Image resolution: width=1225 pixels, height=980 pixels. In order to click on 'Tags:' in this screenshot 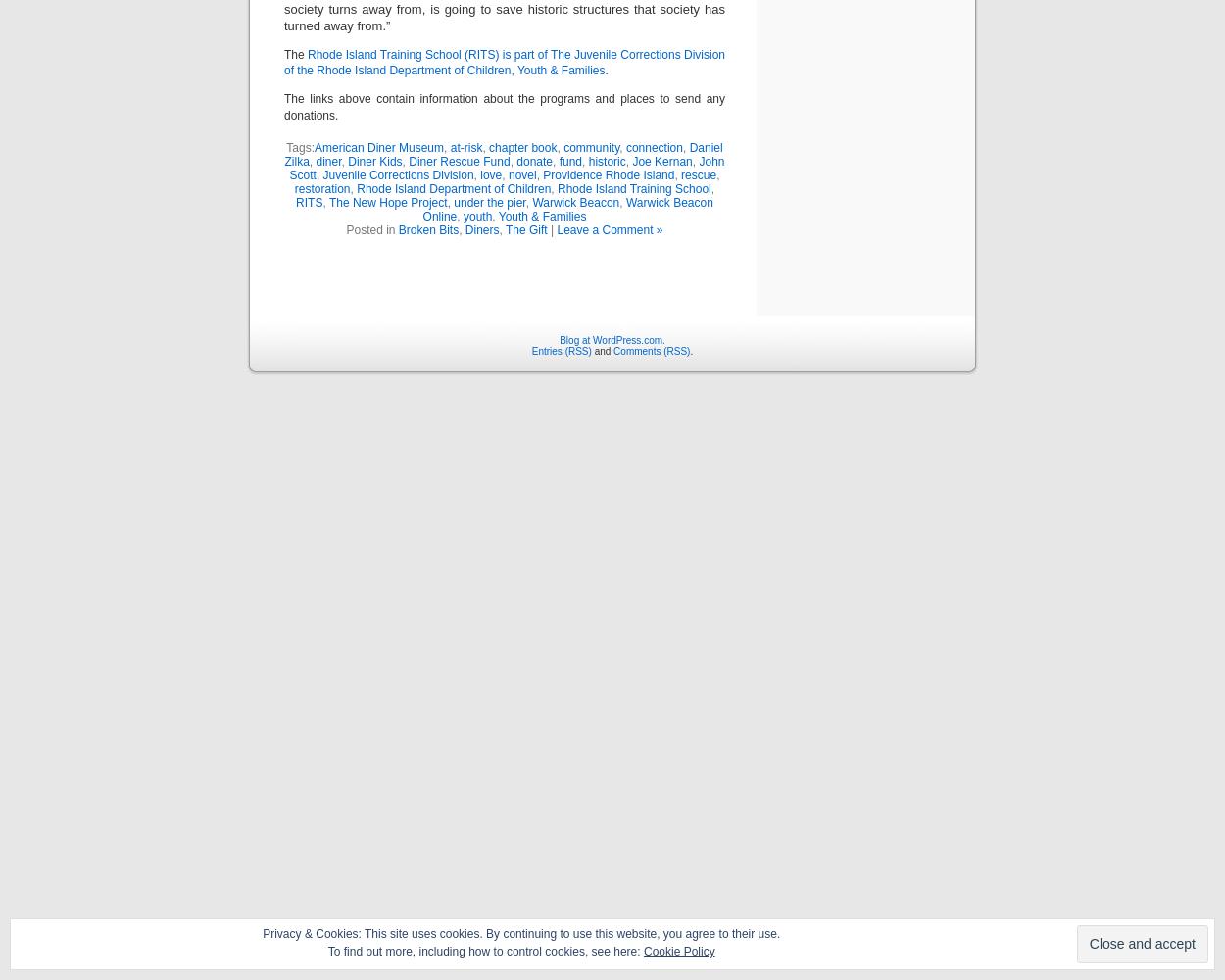, I will do `click(286, 147)`.